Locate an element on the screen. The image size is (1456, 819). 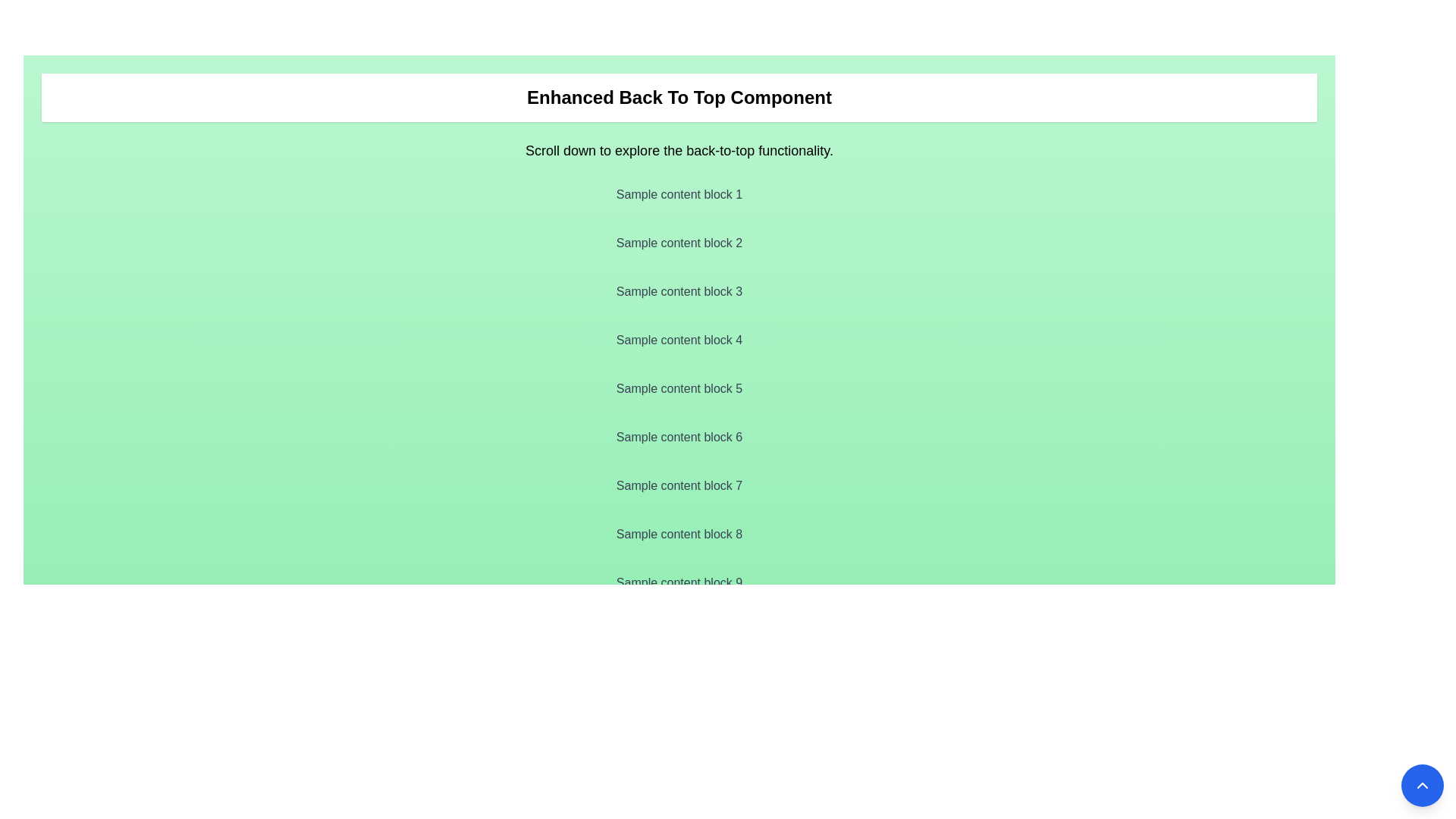
the seventh text block labeled 'Sample content block 7', which is positioned between 'Sample content block 6' and 'Sample content block 8' is located at coordinates (679, 485).